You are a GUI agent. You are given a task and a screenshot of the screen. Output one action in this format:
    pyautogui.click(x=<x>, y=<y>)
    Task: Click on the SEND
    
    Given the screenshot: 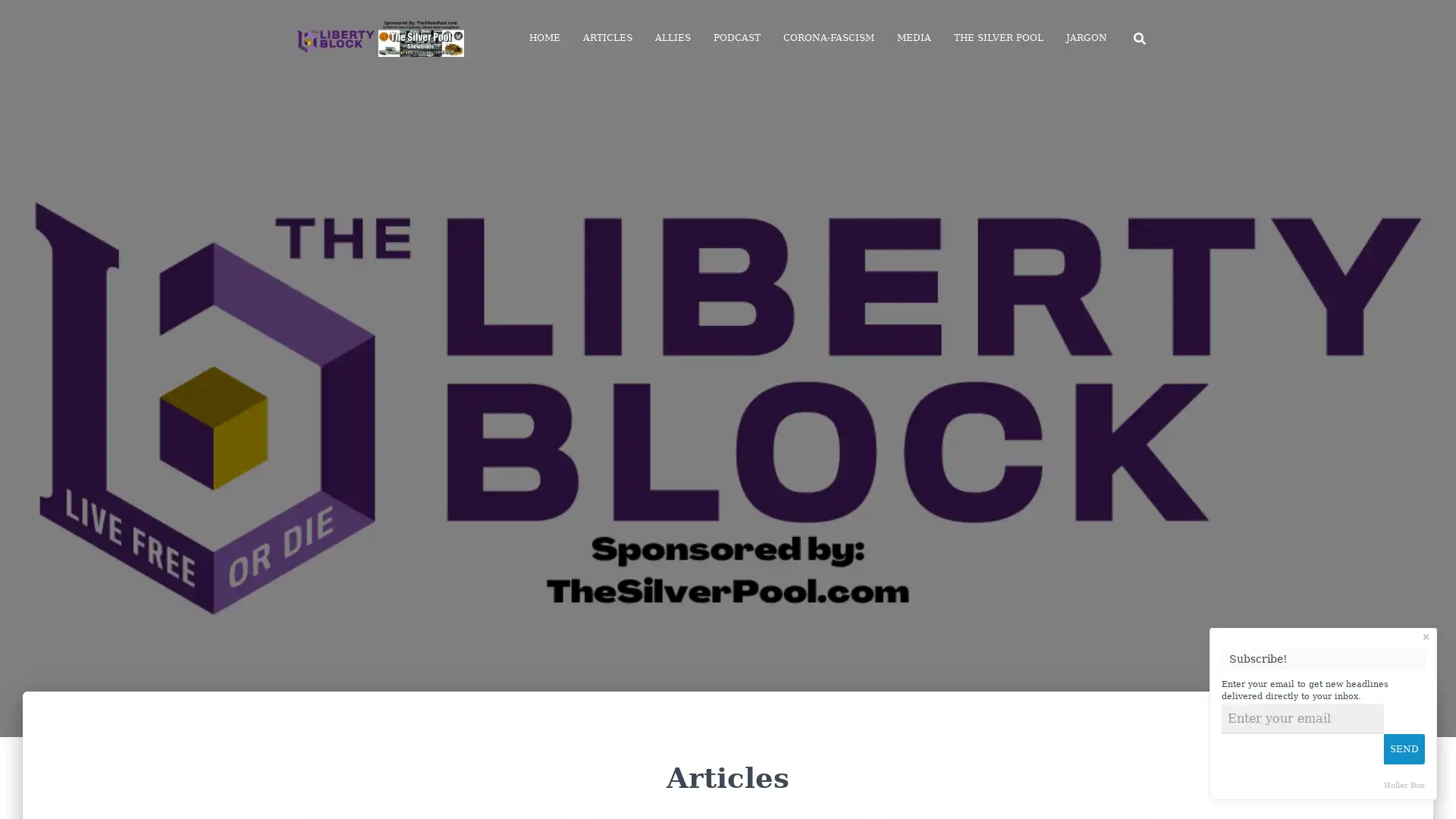 What is the action you would take?
    pyautogui.click(x=1404, y=748)
    